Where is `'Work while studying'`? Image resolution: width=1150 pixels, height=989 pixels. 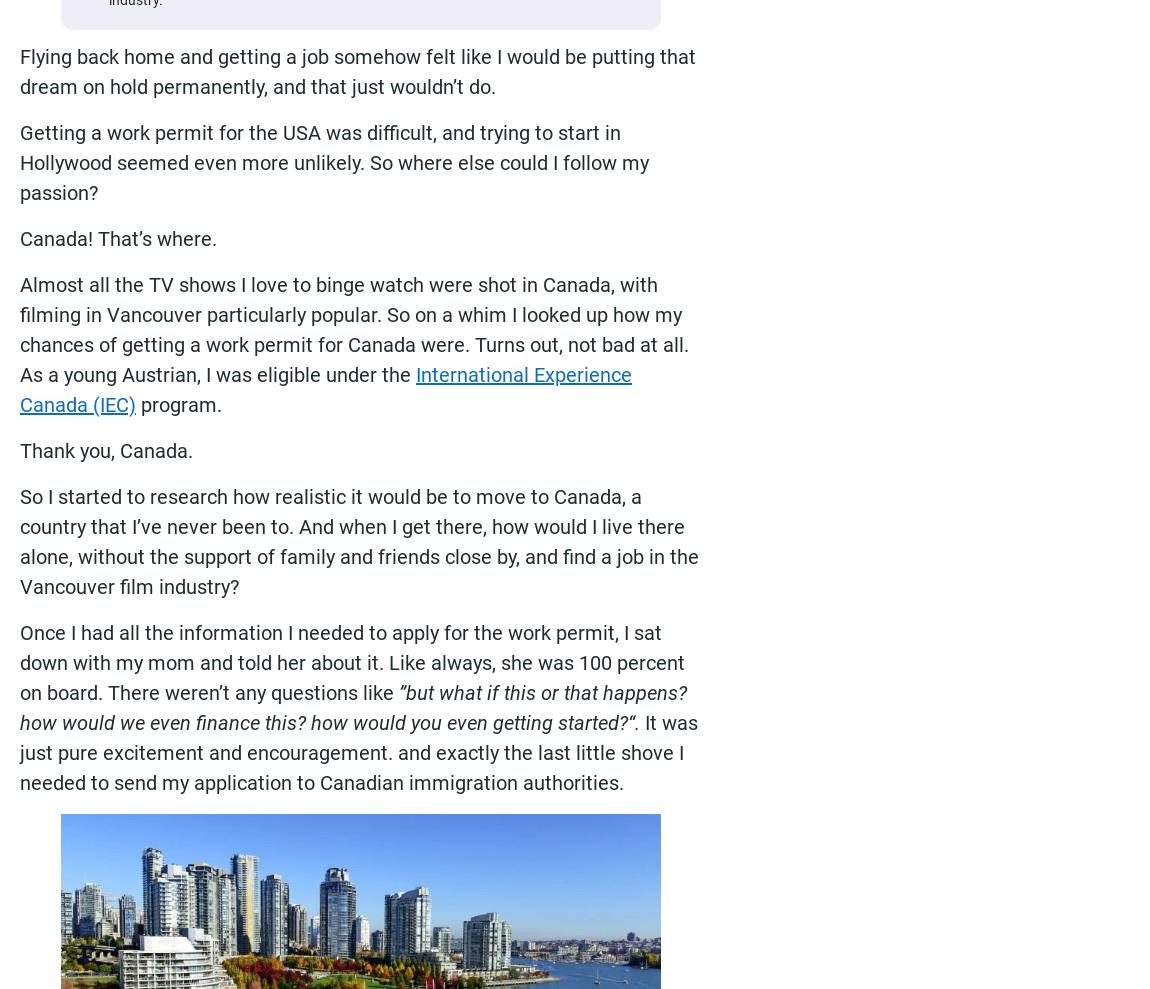
'Work while studying' is located at coordinates (831, 890).